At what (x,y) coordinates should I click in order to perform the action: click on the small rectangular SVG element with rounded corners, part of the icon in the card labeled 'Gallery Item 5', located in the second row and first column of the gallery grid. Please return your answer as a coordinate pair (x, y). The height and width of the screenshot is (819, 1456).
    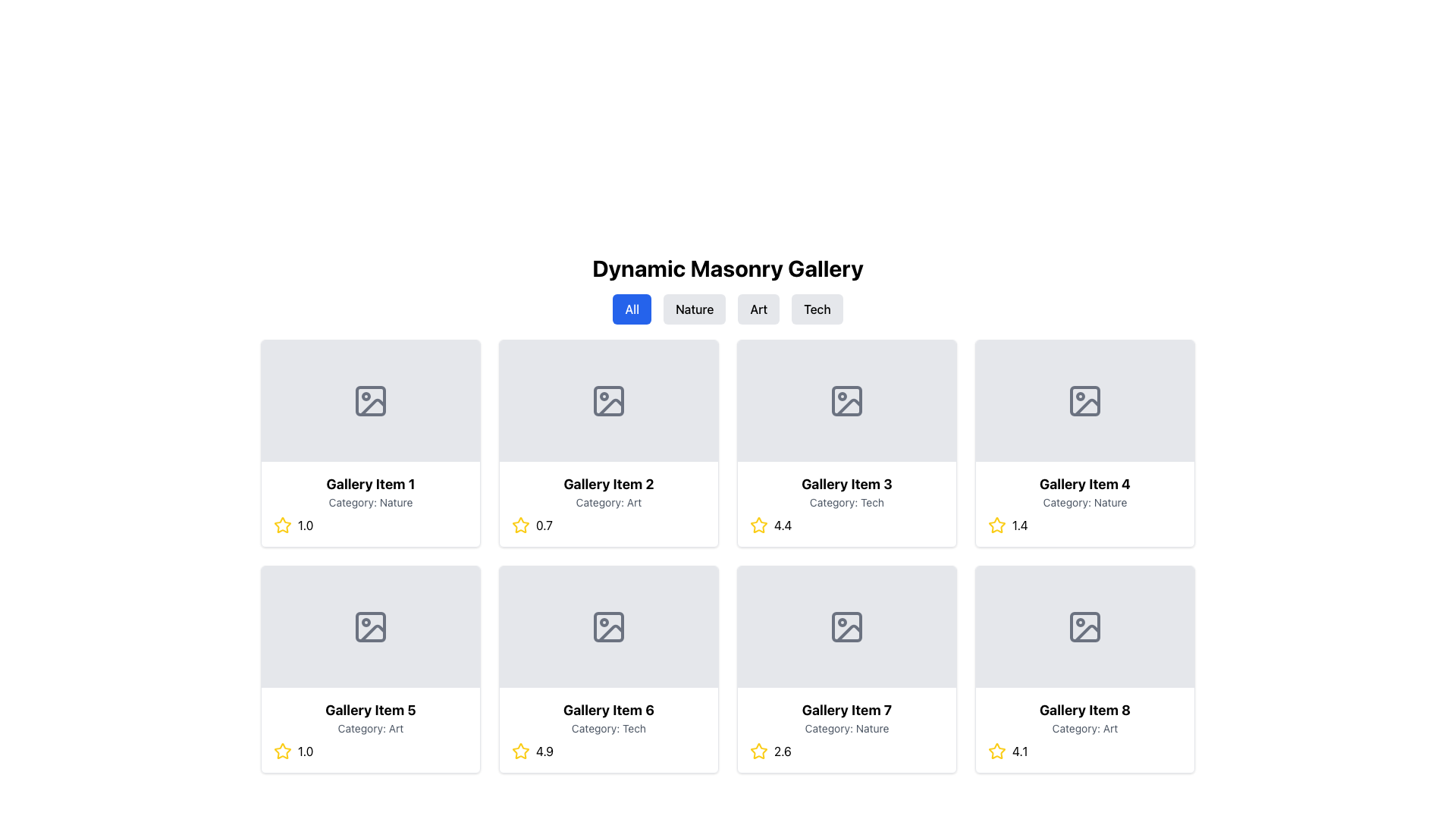
    Looking at the image, I should click on (371, 626).